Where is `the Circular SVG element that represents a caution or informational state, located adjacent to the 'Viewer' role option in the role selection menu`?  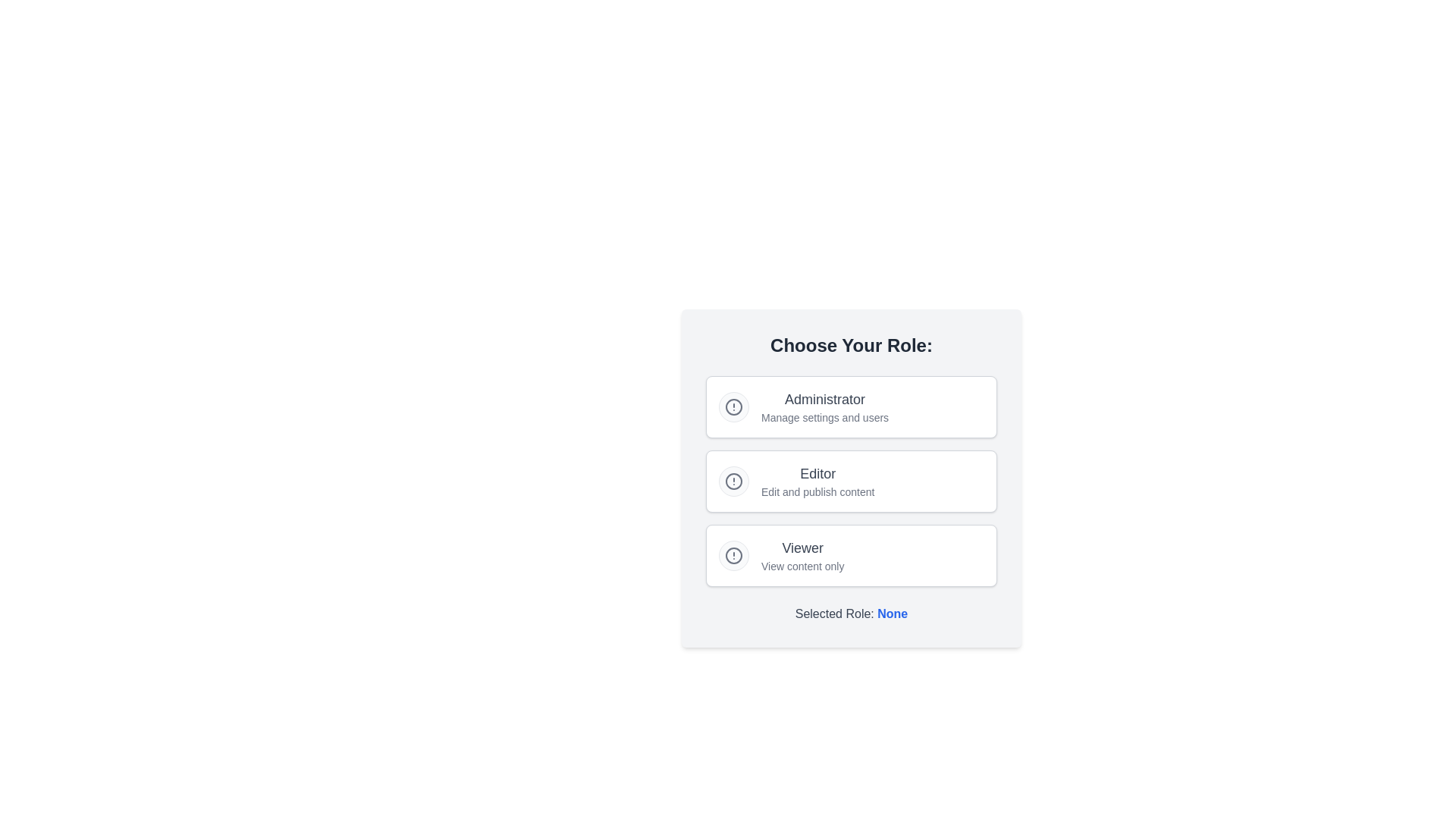
the Circular SVG element that represents a caution or informational state, located adjacent to the 'Viewer' role option in the role selection menu is located at coordinates (734, 555).